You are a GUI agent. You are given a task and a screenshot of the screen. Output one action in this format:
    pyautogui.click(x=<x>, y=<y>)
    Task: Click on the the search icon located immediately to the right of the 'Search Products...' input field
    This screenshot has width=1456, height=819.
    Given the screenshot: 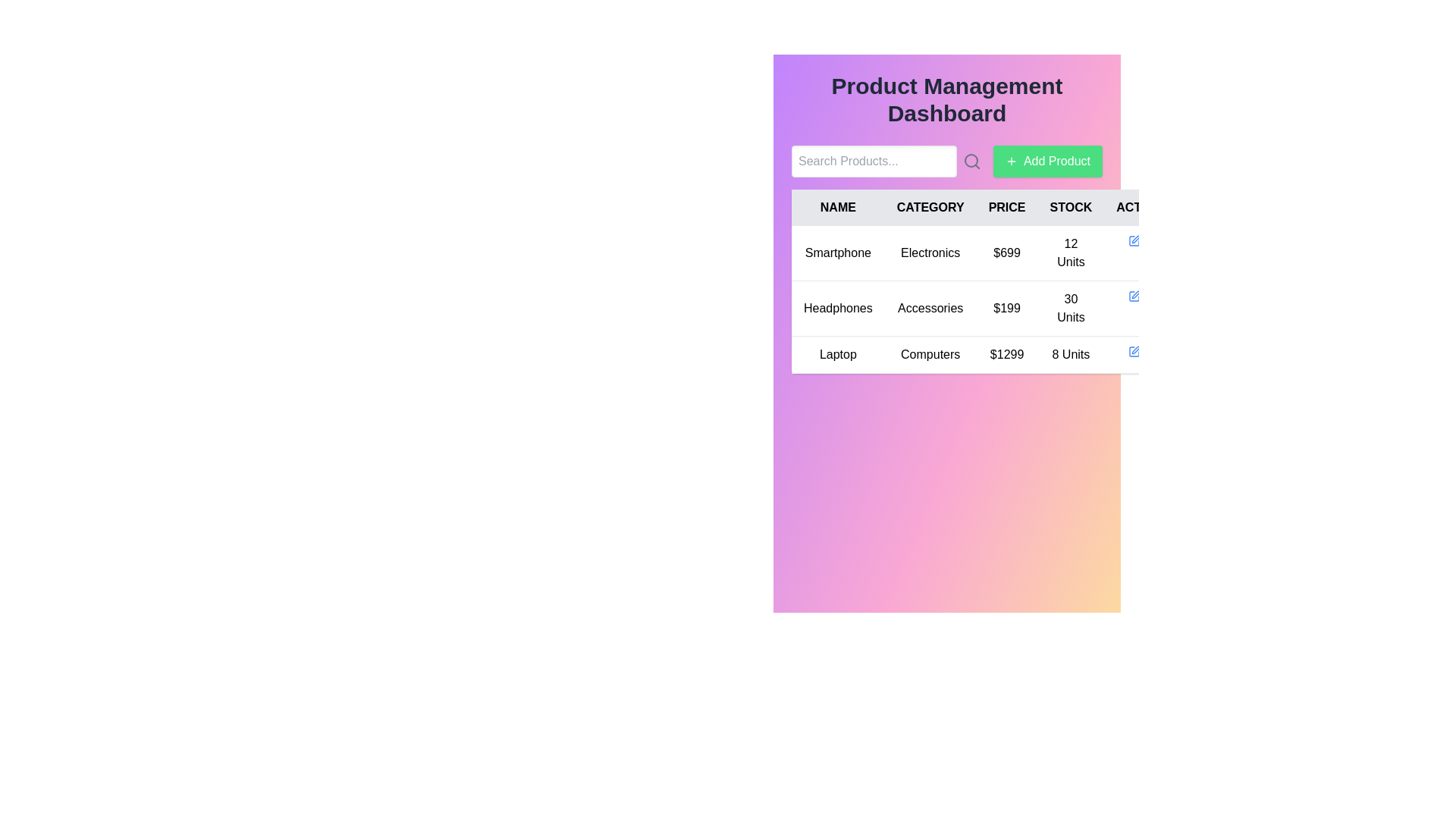 What is the action you would take?
    pyautogui.click(x=971, y=161)
    